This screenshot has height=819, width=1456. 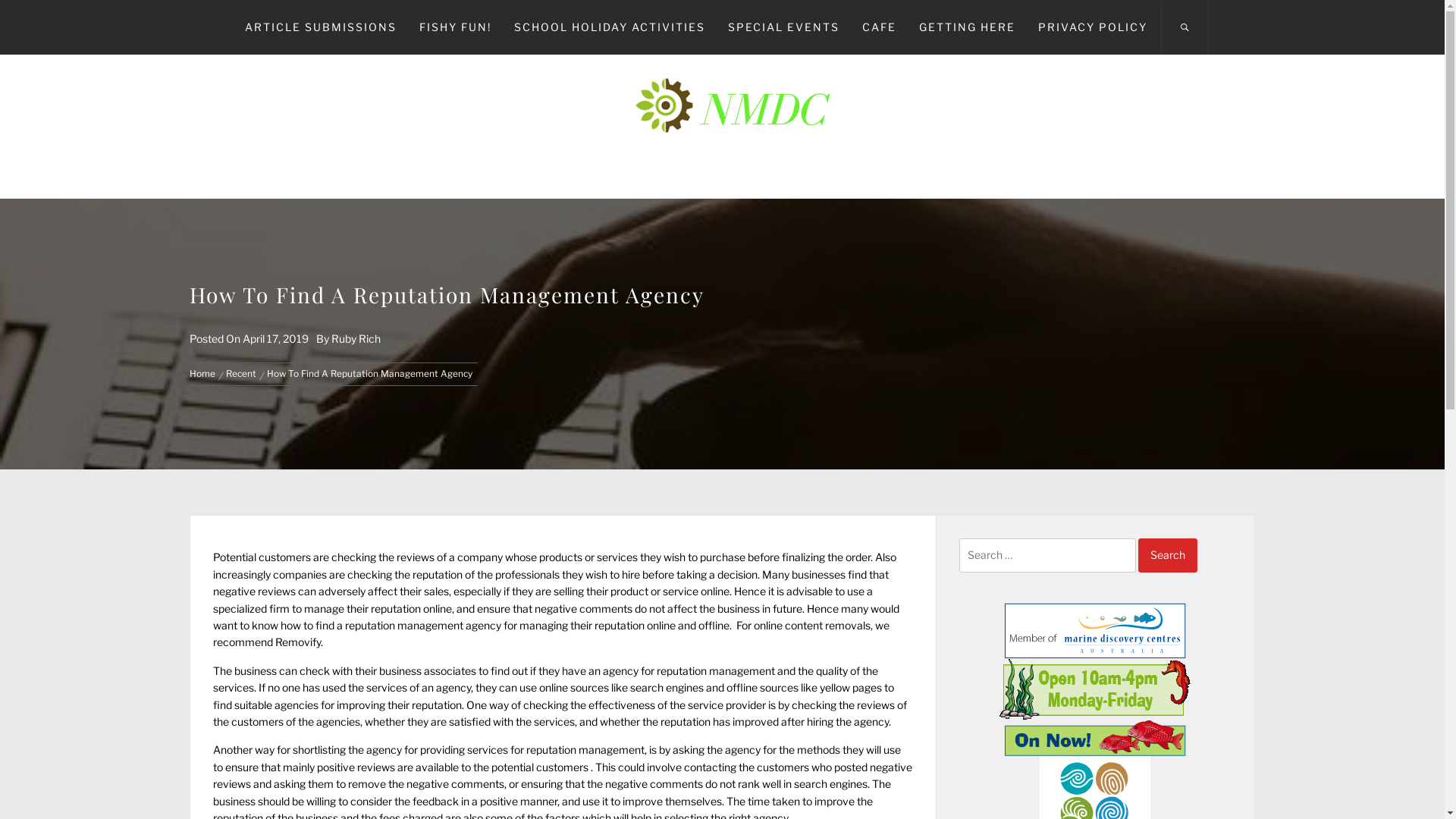 I want to click on 'Ruby Rich', so click(x=355, y=337).